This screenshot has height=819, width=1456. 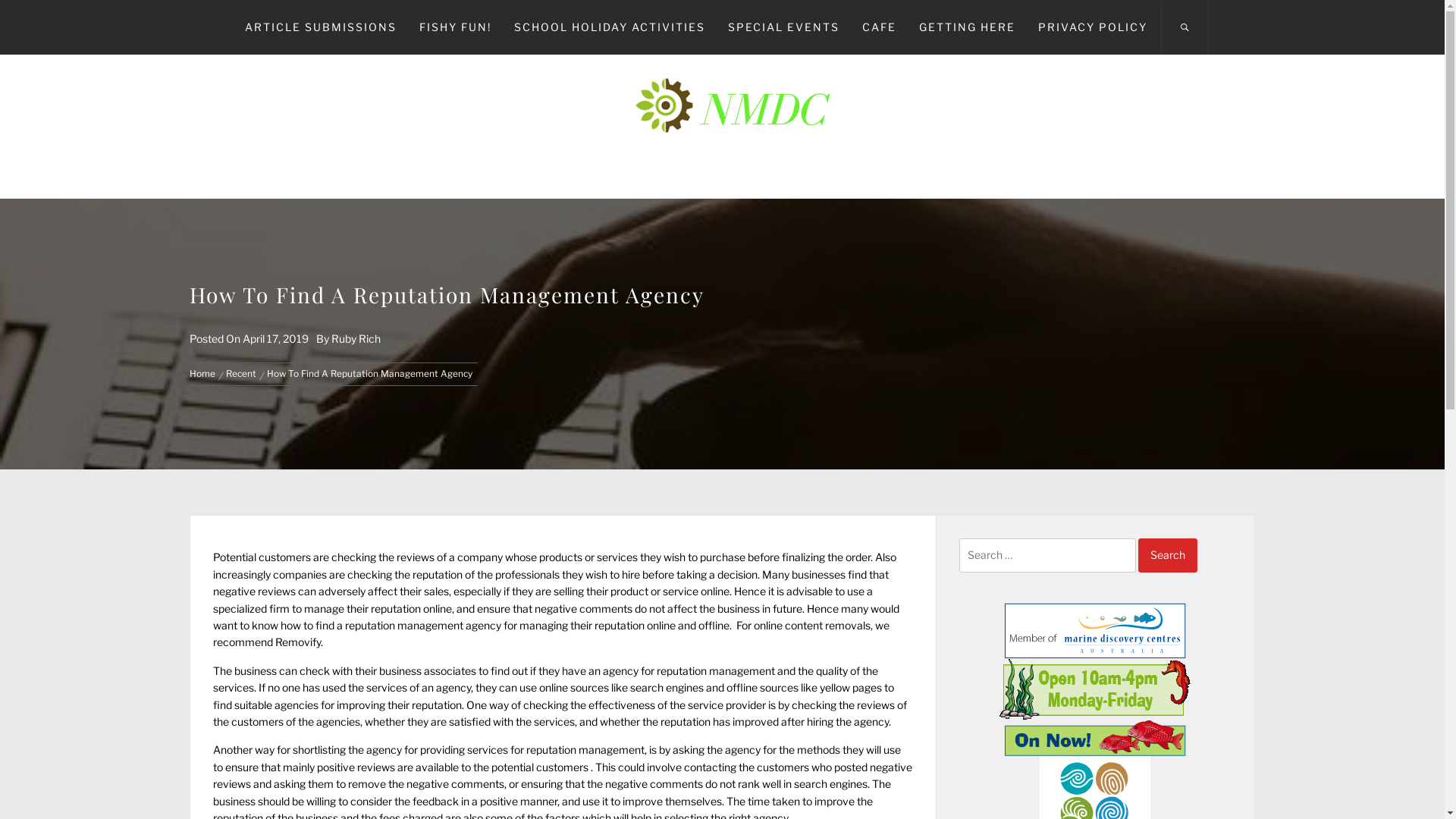 I want to click on 'Ruby Rich', so click(x=355, y=337).